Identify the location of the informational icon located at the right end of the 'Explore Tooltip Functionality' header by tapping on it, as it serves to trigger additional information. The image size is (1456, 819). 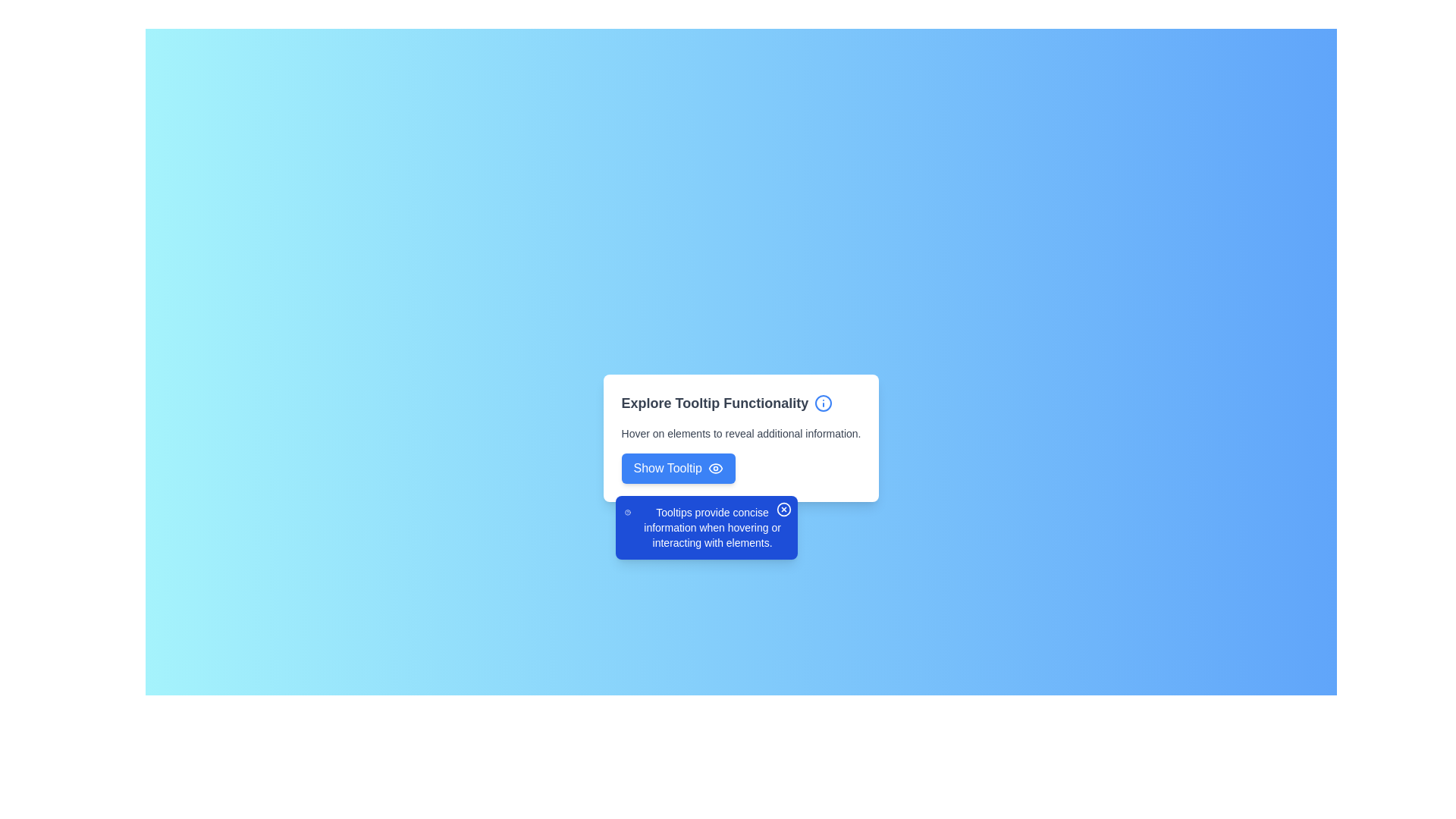
(823, 403).